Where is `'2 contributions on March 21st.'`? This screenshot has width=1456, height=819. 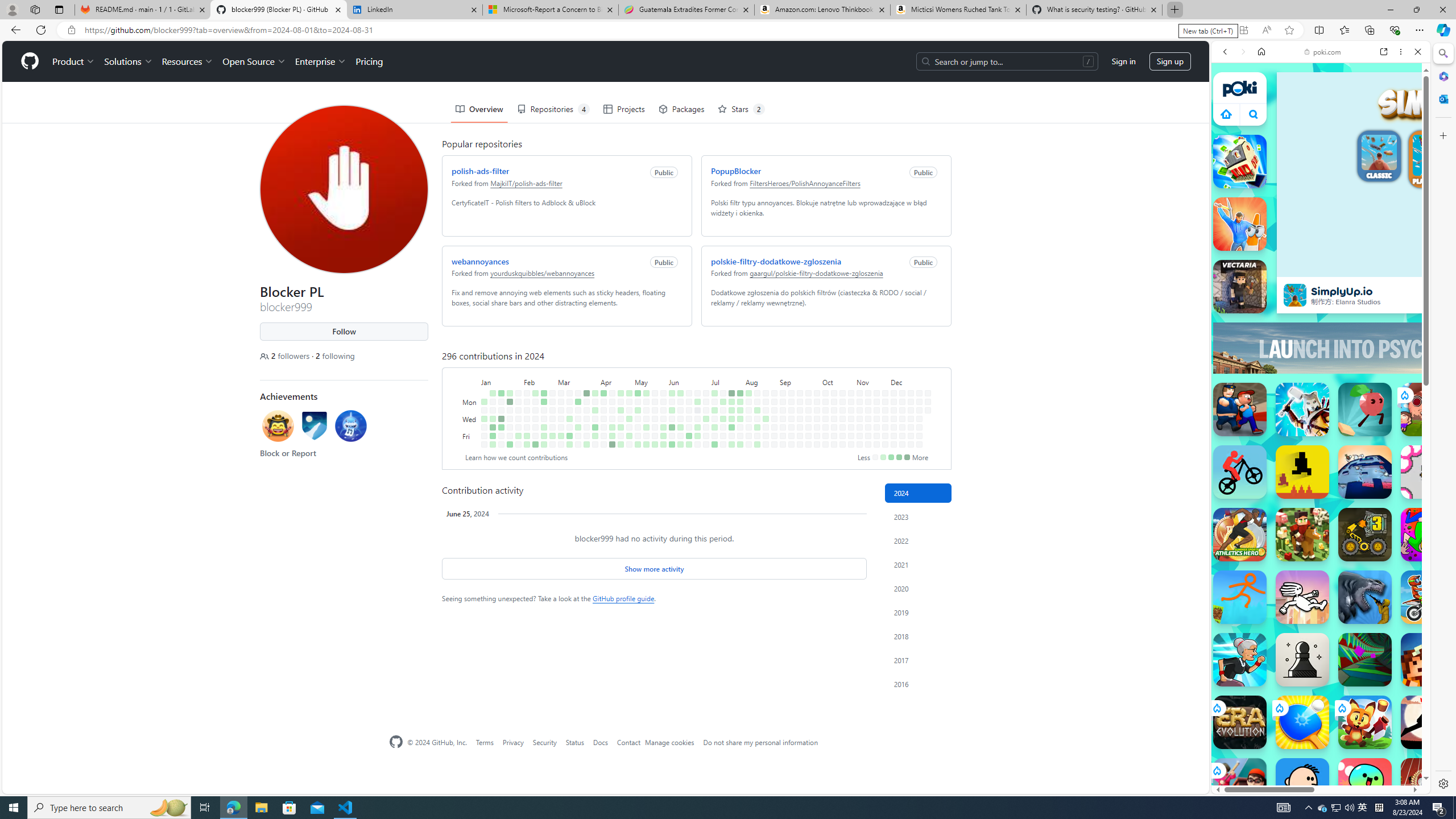 '2 contributions on March 21st.' is located at coordinates (577, 427).